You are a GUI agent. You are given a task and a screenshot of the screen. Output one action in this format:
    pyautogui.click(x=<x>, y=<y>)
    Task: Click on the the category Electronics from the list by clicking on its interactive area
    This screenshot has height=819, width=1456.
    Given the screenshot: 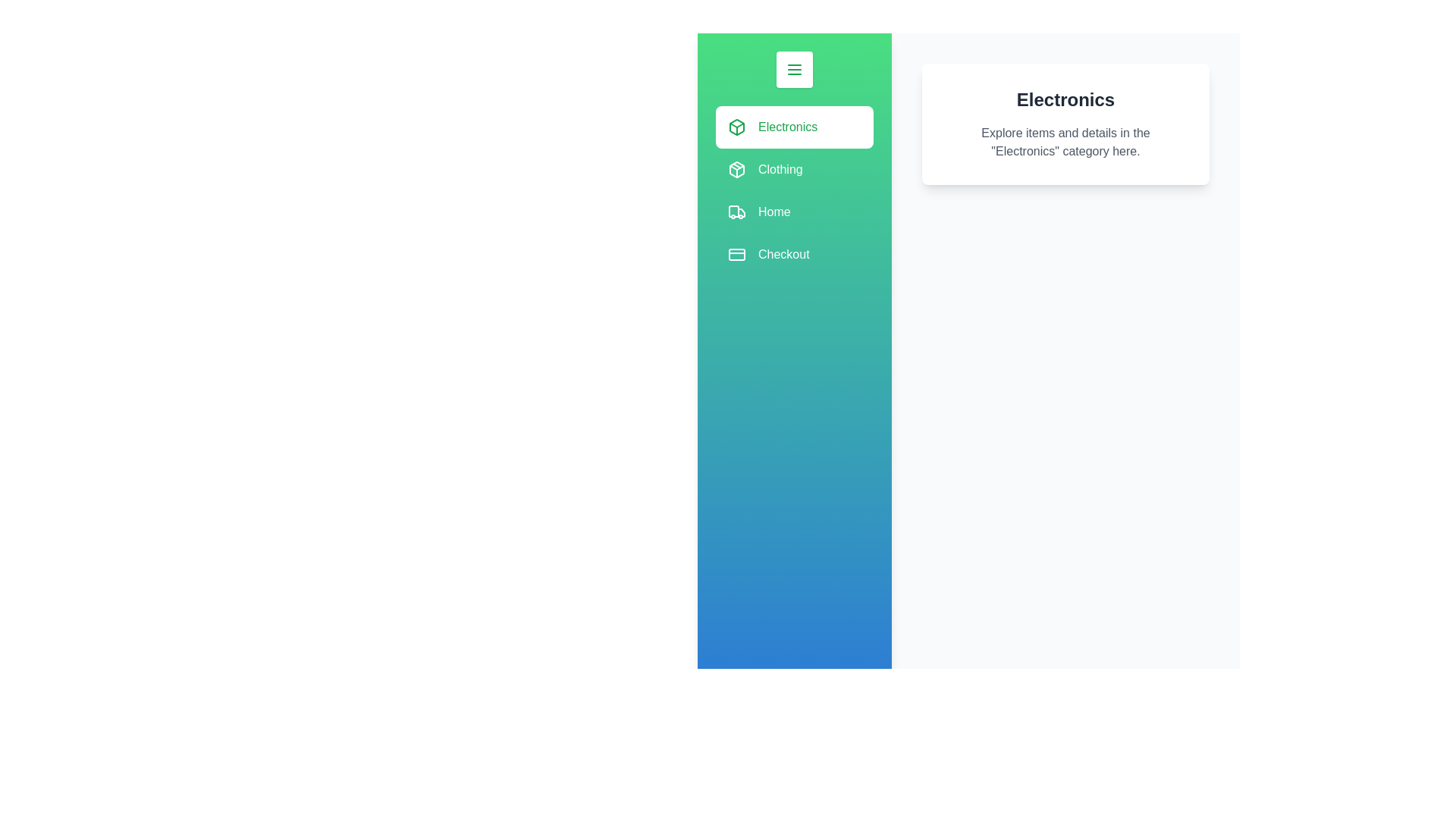 What is the action you would take?
    pyautogui.click(x=793, y=127)
    